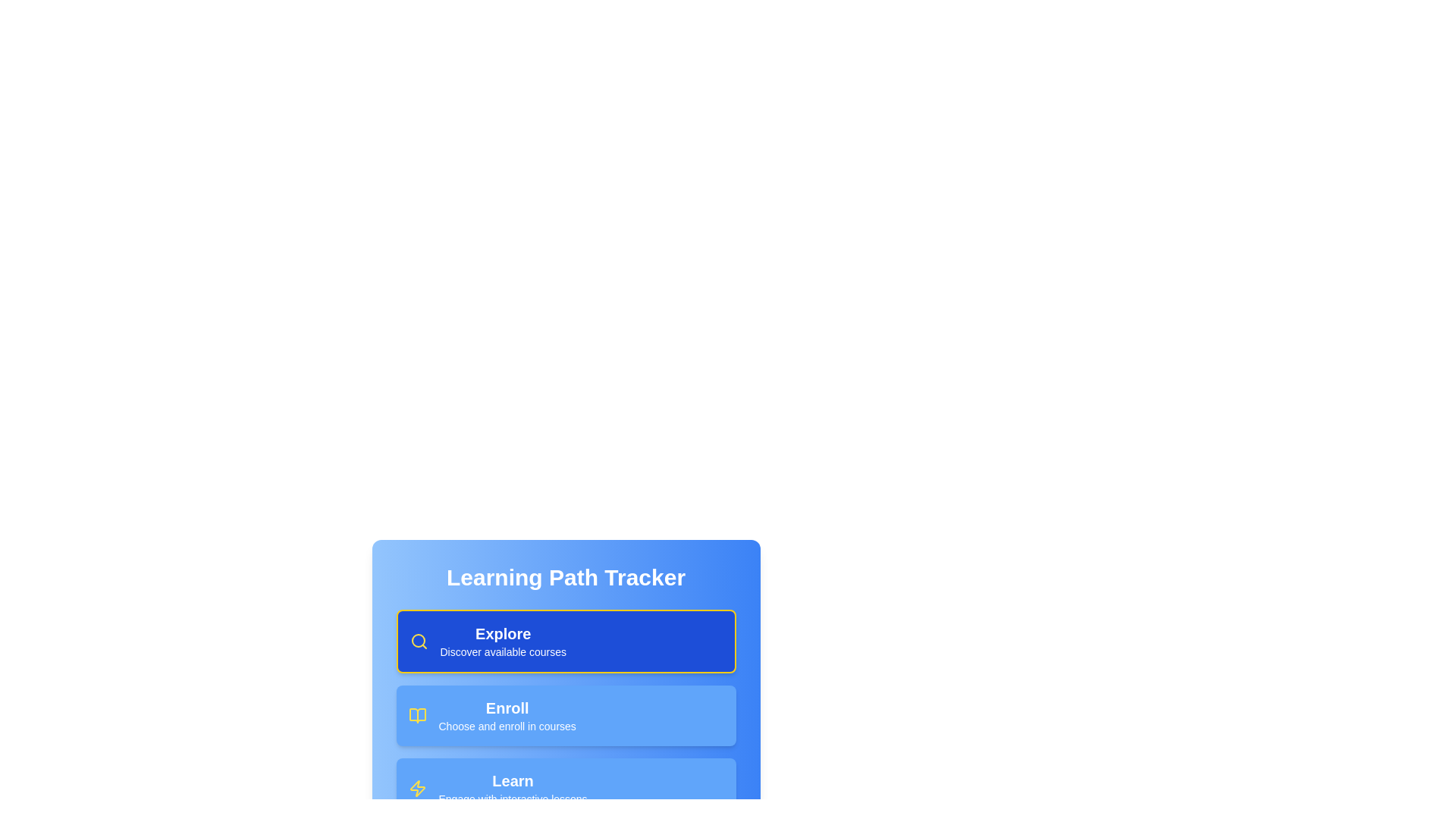 This screenshot has width=1456, height=819. I want to click on the function represented, so click(419, 641).